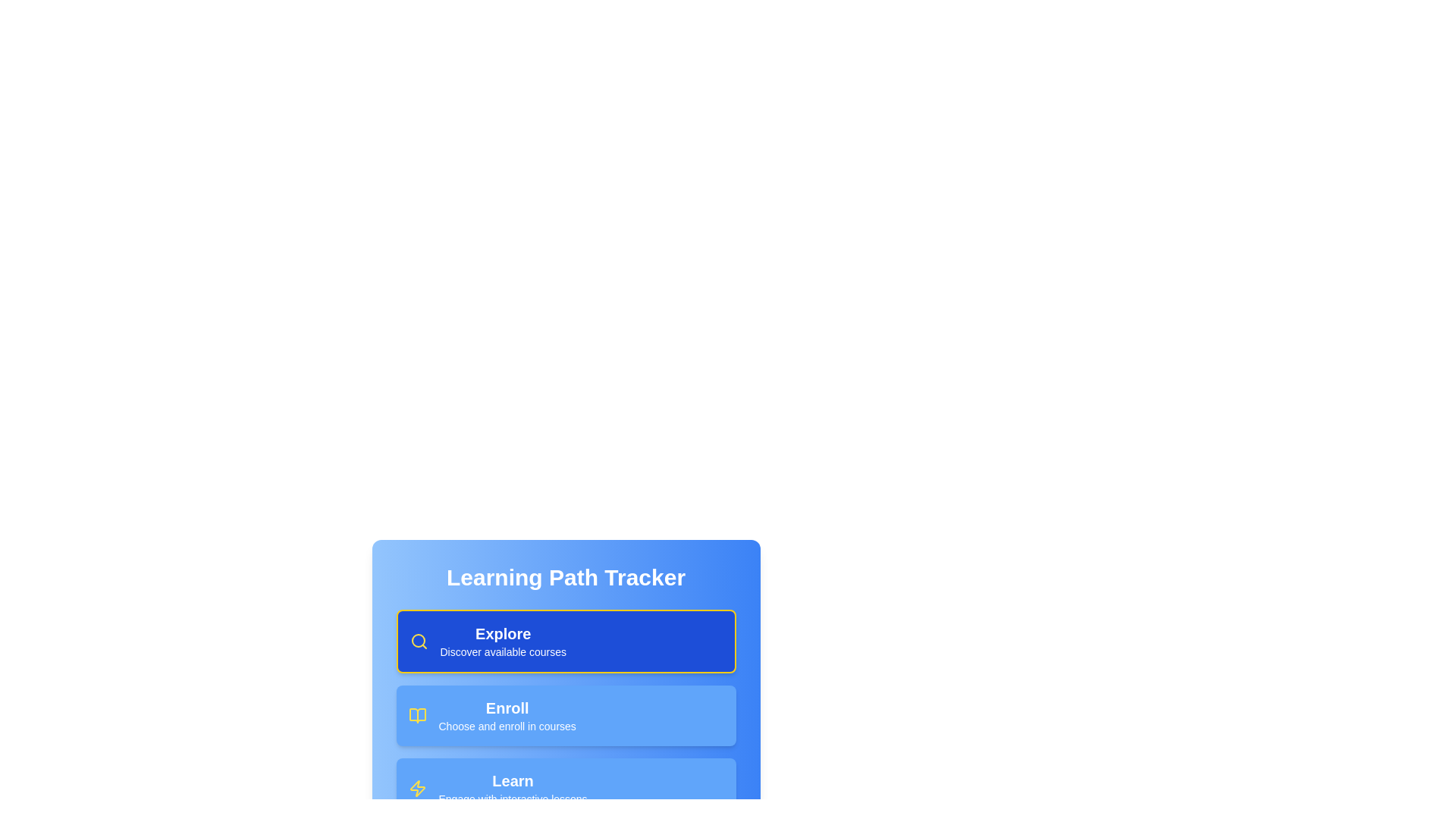 This screenshot has width=1456, height=819. I want to click on the function represented, so click(419, 641).